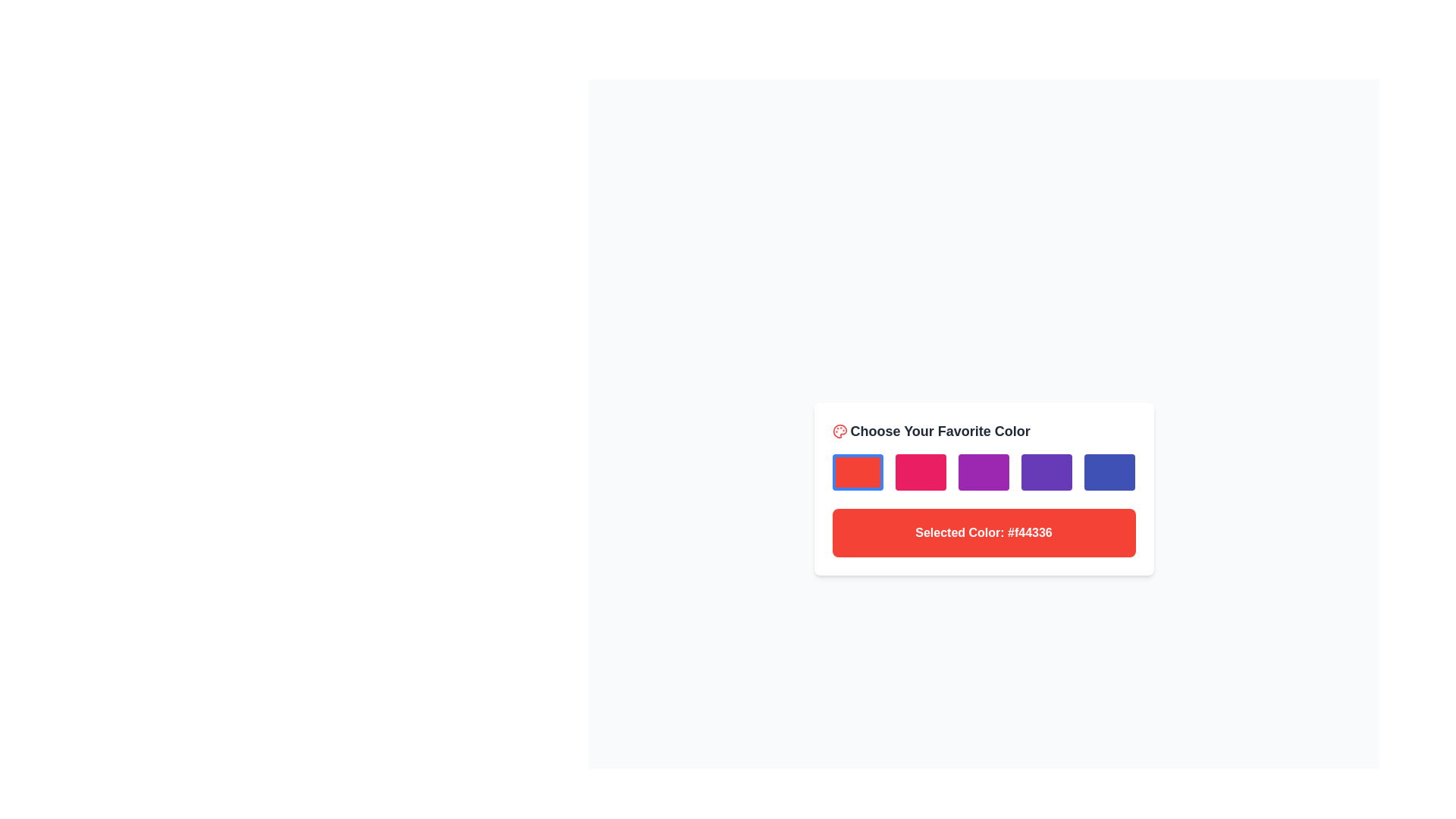  I want to click on the red palette icon located to the left of the title 'Choose Your Favorite Color', which features multiple small circular elements and an intricate hollow design, so click(839, 431).